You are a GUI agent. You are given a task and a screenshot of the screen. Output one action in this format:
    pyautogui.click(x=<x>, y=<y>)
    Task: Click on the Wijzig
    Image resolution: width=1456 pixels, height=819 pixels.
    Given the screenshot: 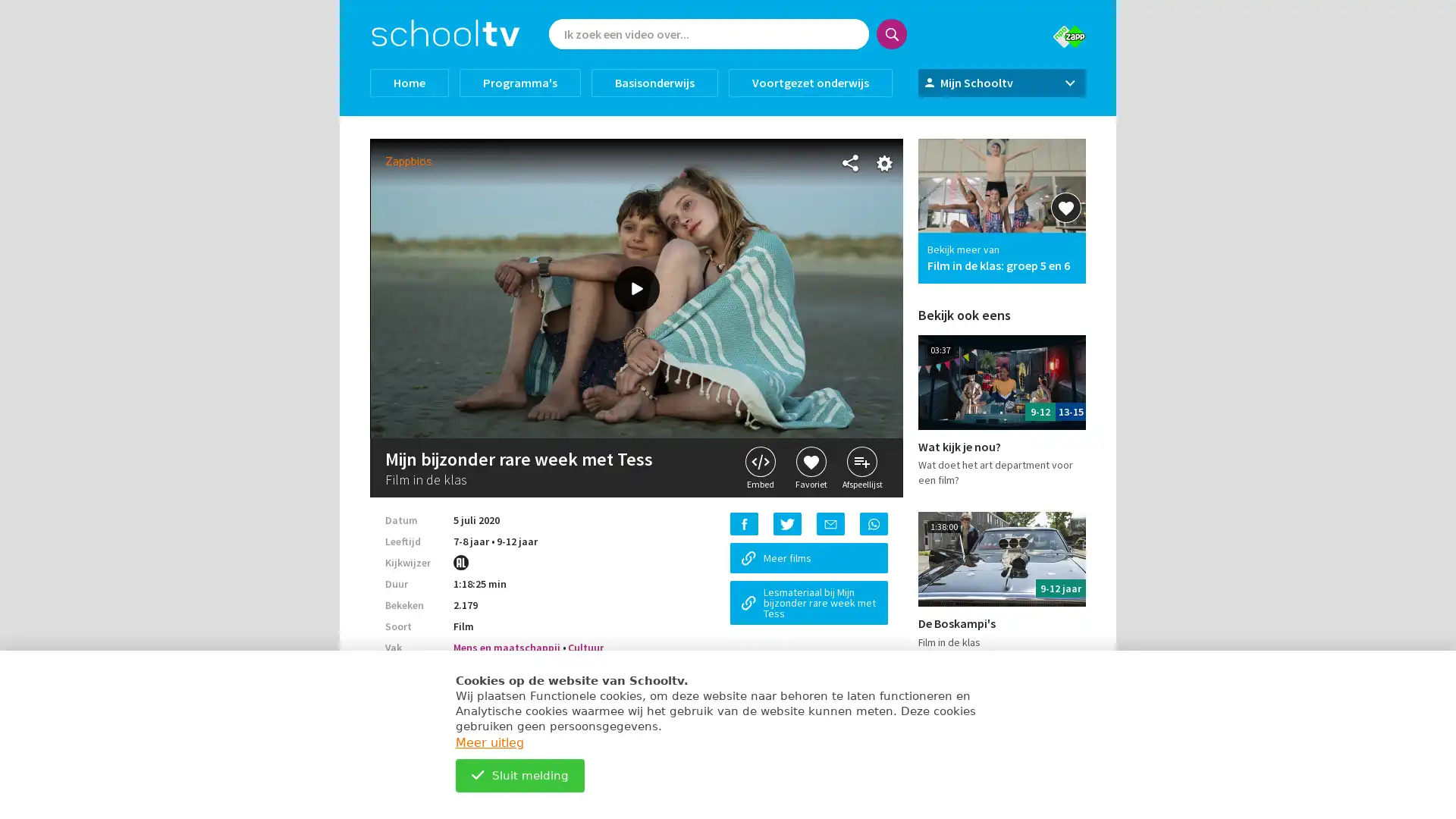 What is the action you would take?
    pyautogui.click(x=728, y=275)
    